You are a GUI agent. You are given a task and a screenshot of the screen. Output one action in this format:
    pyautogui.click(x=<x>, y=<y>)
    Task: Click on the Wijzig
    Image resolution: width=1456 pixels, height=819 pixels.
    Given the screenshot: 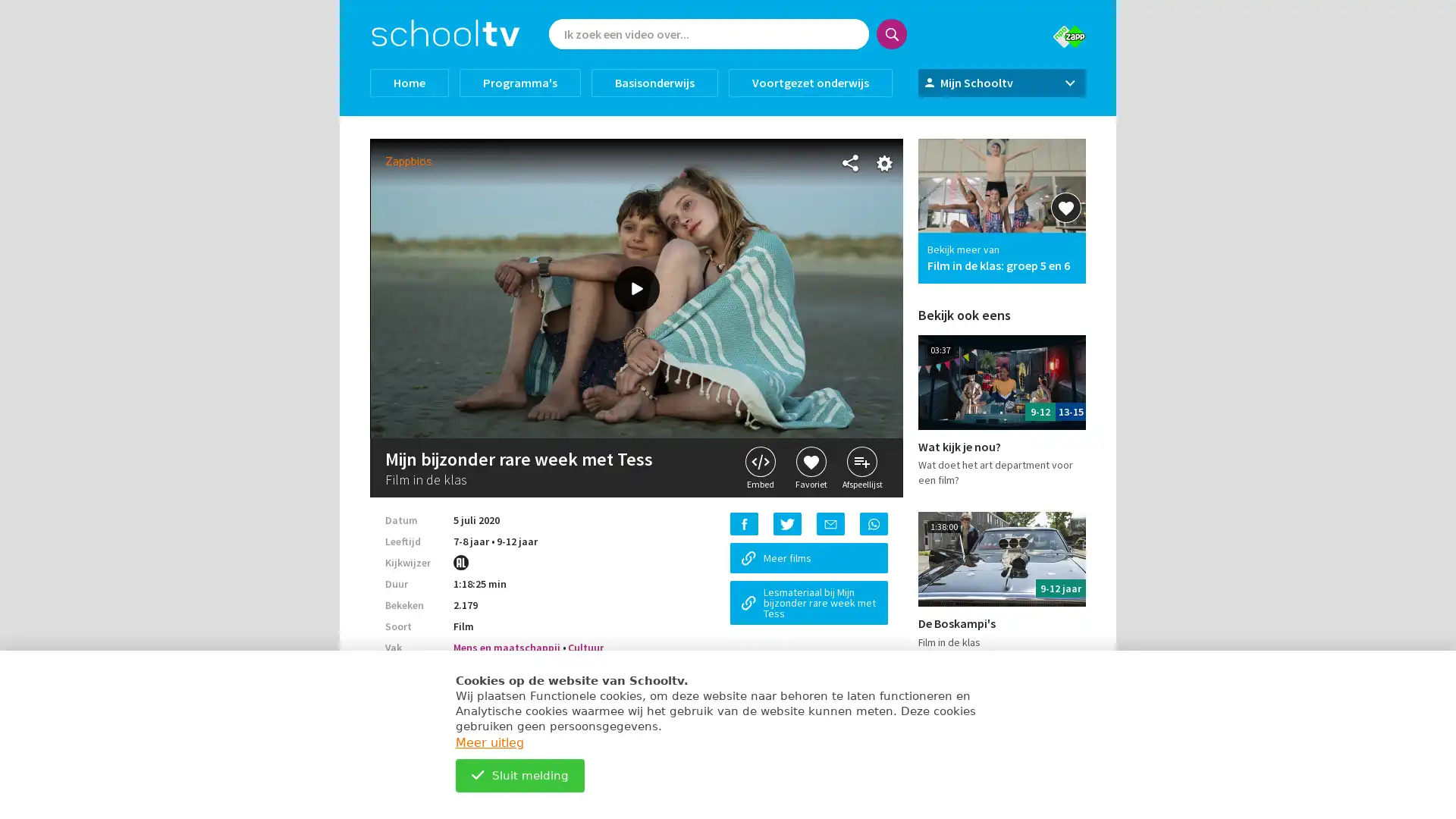 What is the action you would take?
    pyautogui.click(x=728, y=275)
    